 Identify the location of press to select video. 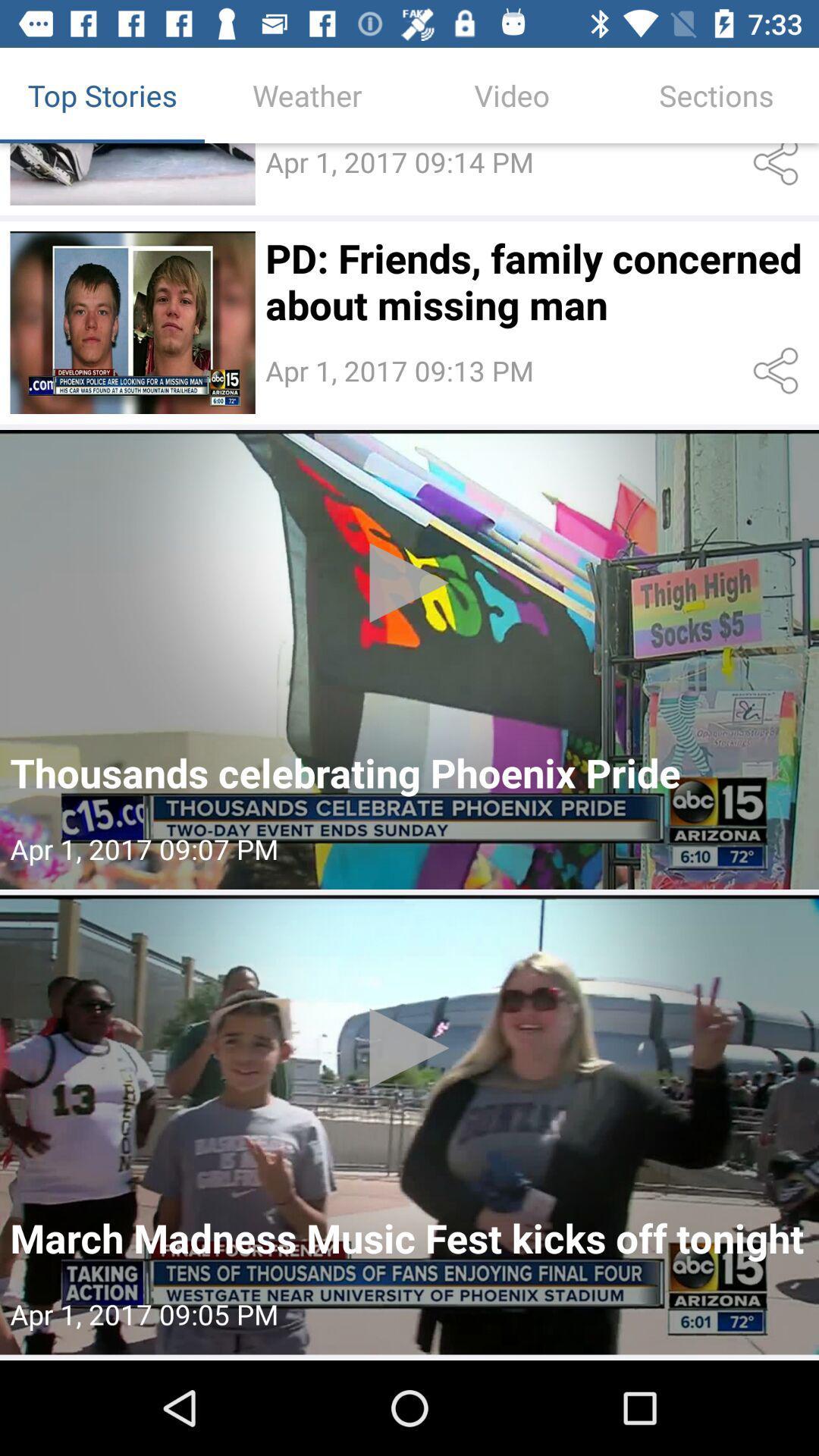
(409, 1125).